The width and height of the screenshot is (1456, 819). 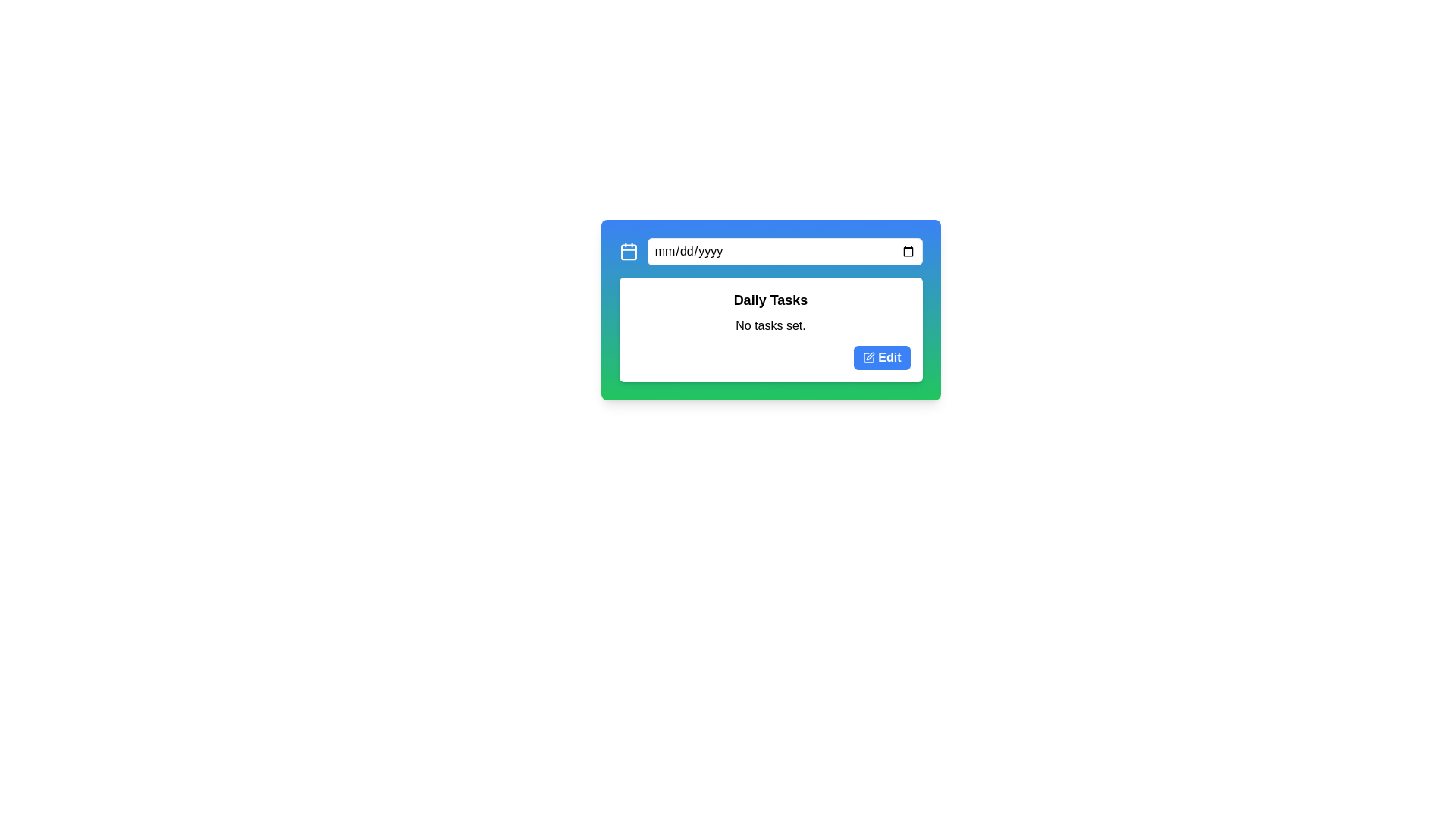 I want to click on the static text indicating that no tasks have been set, which is located directly below the heading 'Daily Tasks', so click(x=770, y=327).